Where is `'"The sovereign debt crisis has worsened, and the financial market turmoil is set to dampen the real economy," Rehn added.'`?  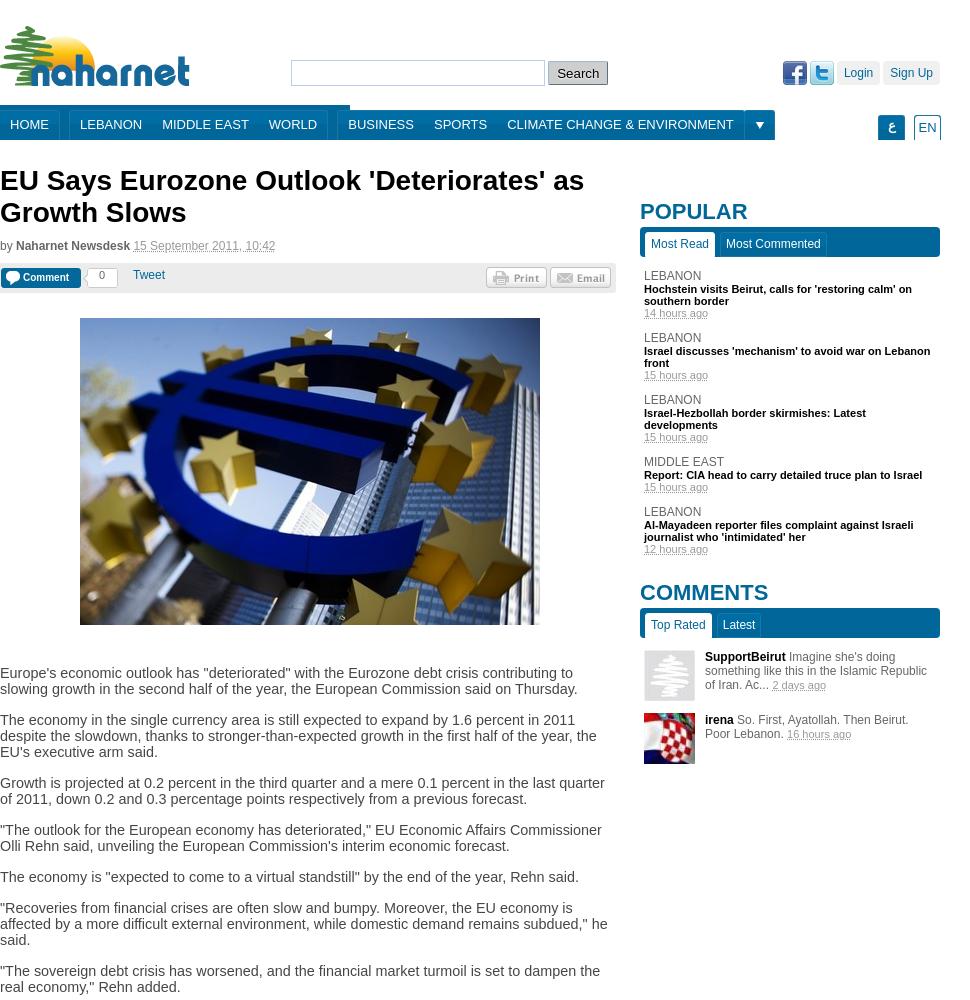
'"The sovereign debt crisis has worsened, and the financial market turmoil is set to dampen the real economy," Rehn added.' is located at coordinates (300, 978).